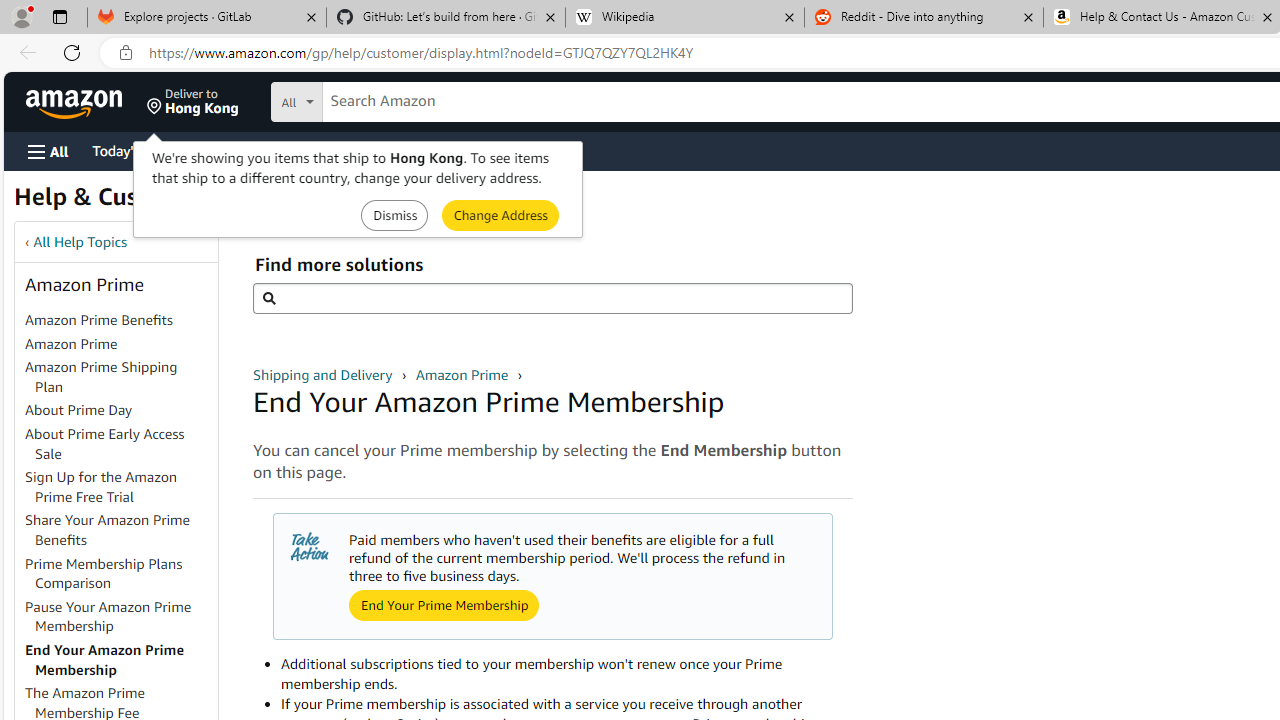 The image size is (1280, 720). Describe the element at coordinates (119, 320) in the screenshot. I see `'Amazon Prime Benefits'` at that location.